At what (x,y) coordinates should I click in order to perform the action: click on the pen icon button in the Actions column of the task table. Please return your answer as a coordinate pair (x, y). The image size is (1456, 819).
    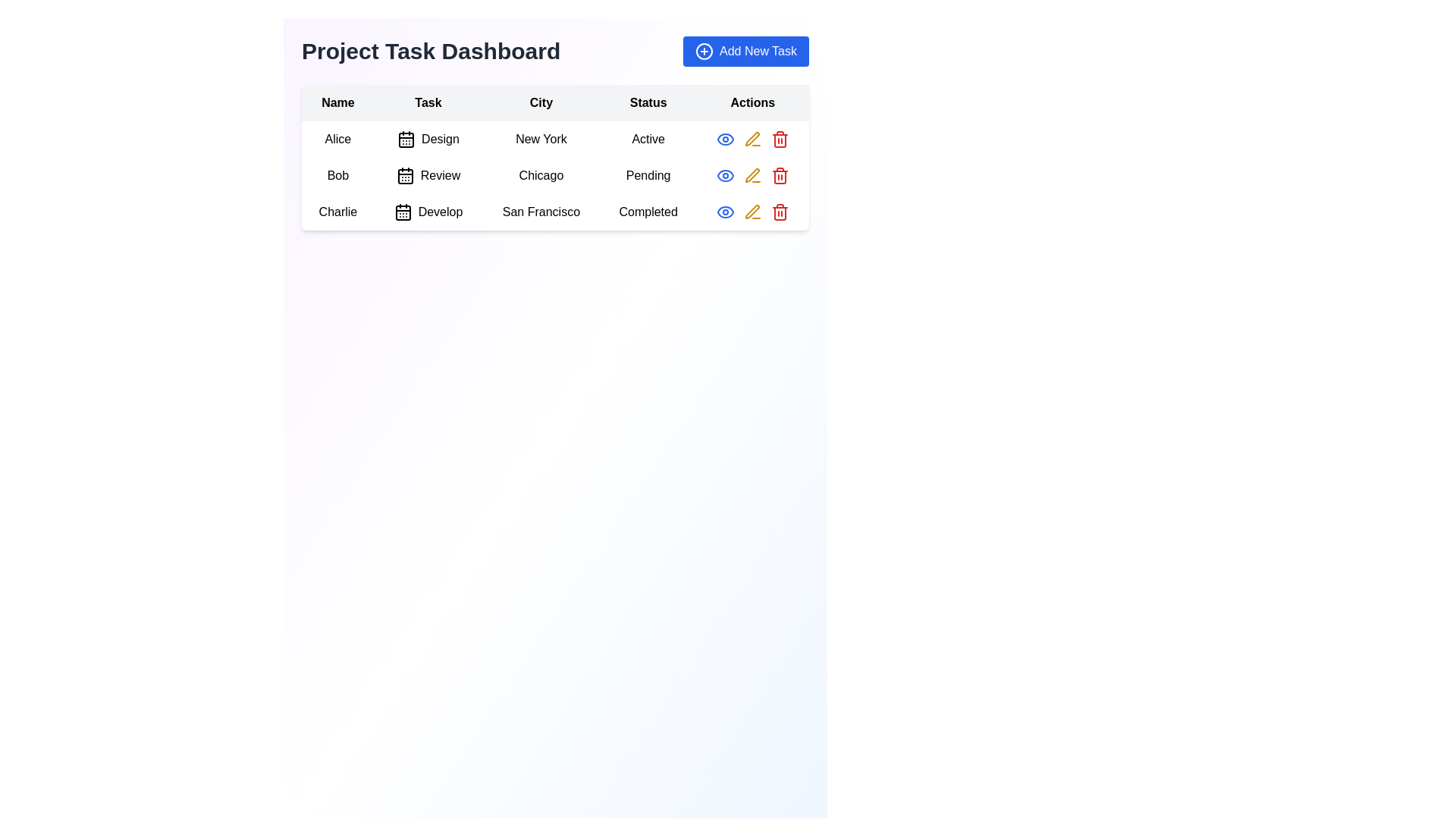
    Looking at the image, I should click on (752, 139).